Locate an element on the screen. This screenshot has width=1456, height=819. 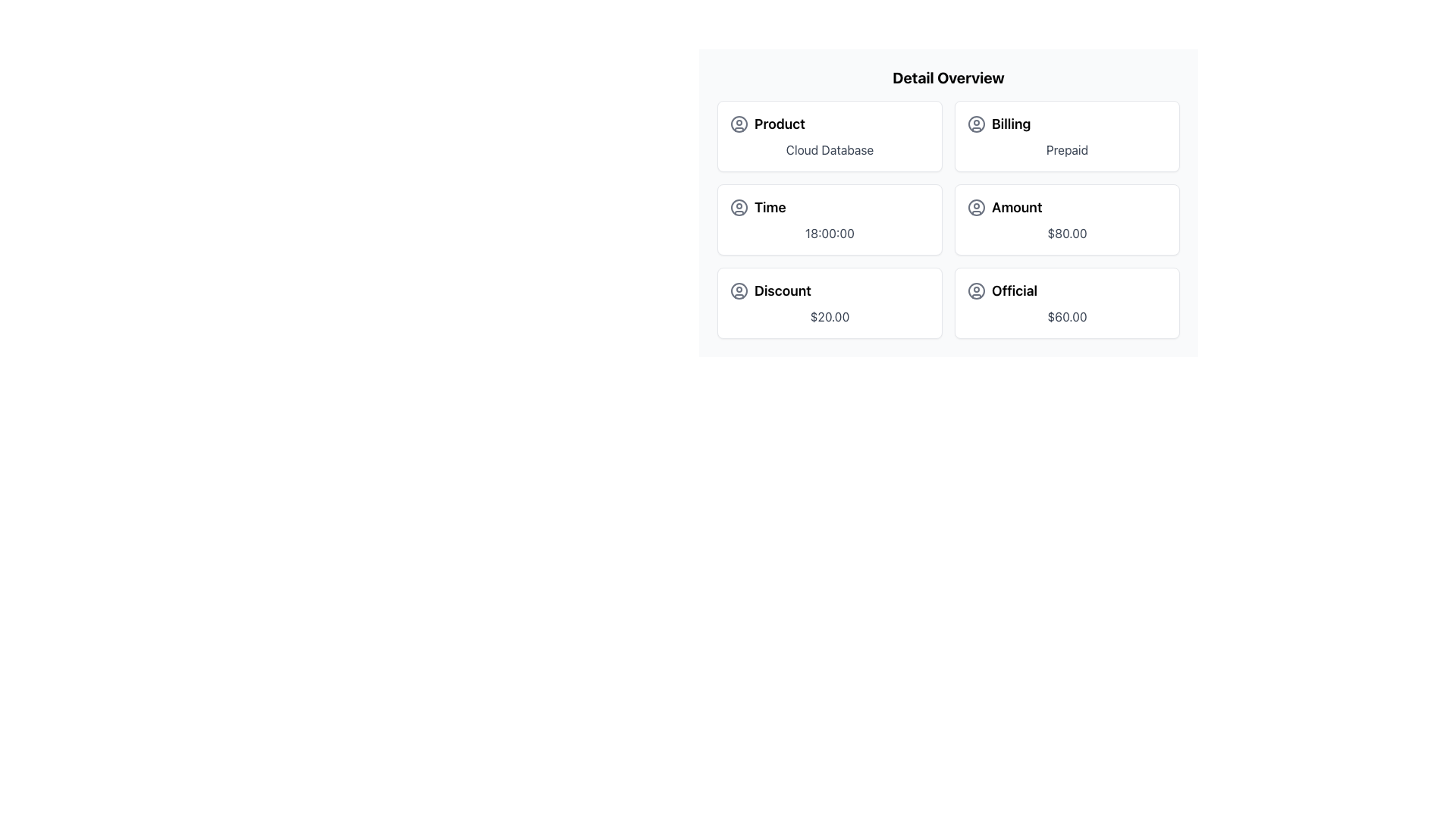
the Text label that describes the amount '$80.00', located in the middle-right card under 'Detail Overview', adjacent to a user icon is located at coordinates (1017, 207).